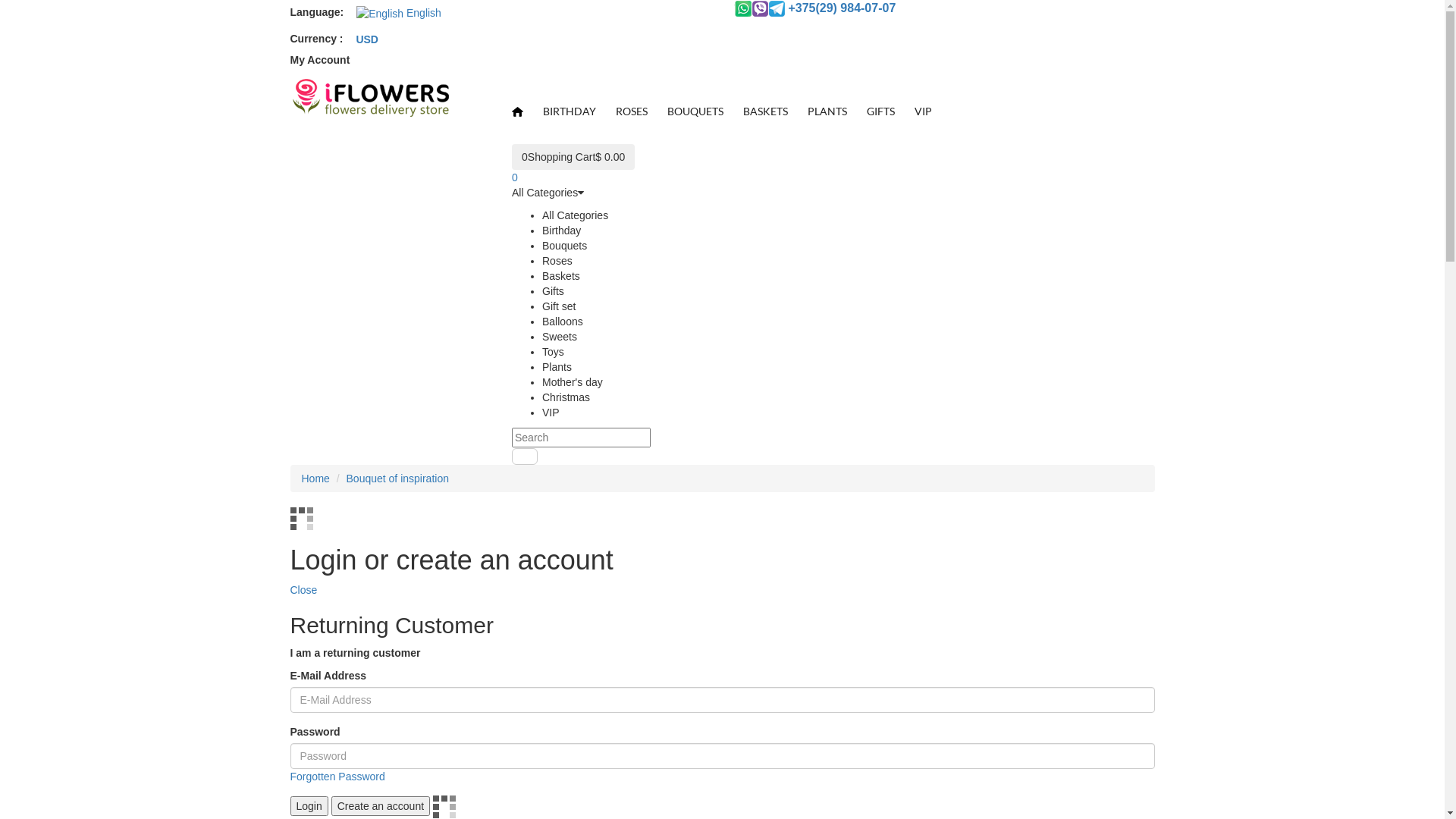 This screenshot has height=819, width=1456. I want to click on 'GIFTS', so click(880, 110).